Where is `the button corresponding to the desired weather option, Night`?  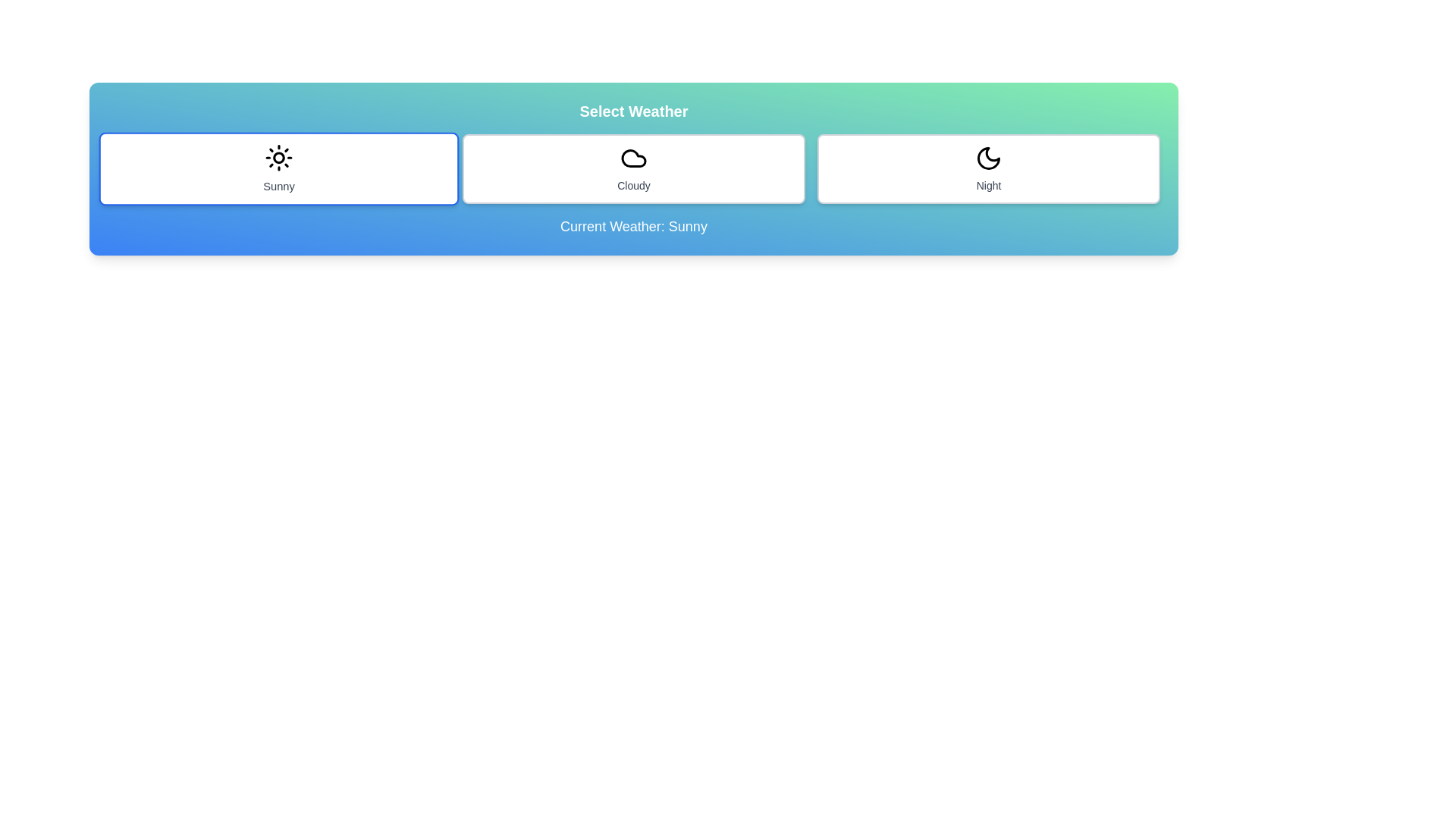
the button corresponding to the desired weather option, Night is located at coordinates (989, 169).